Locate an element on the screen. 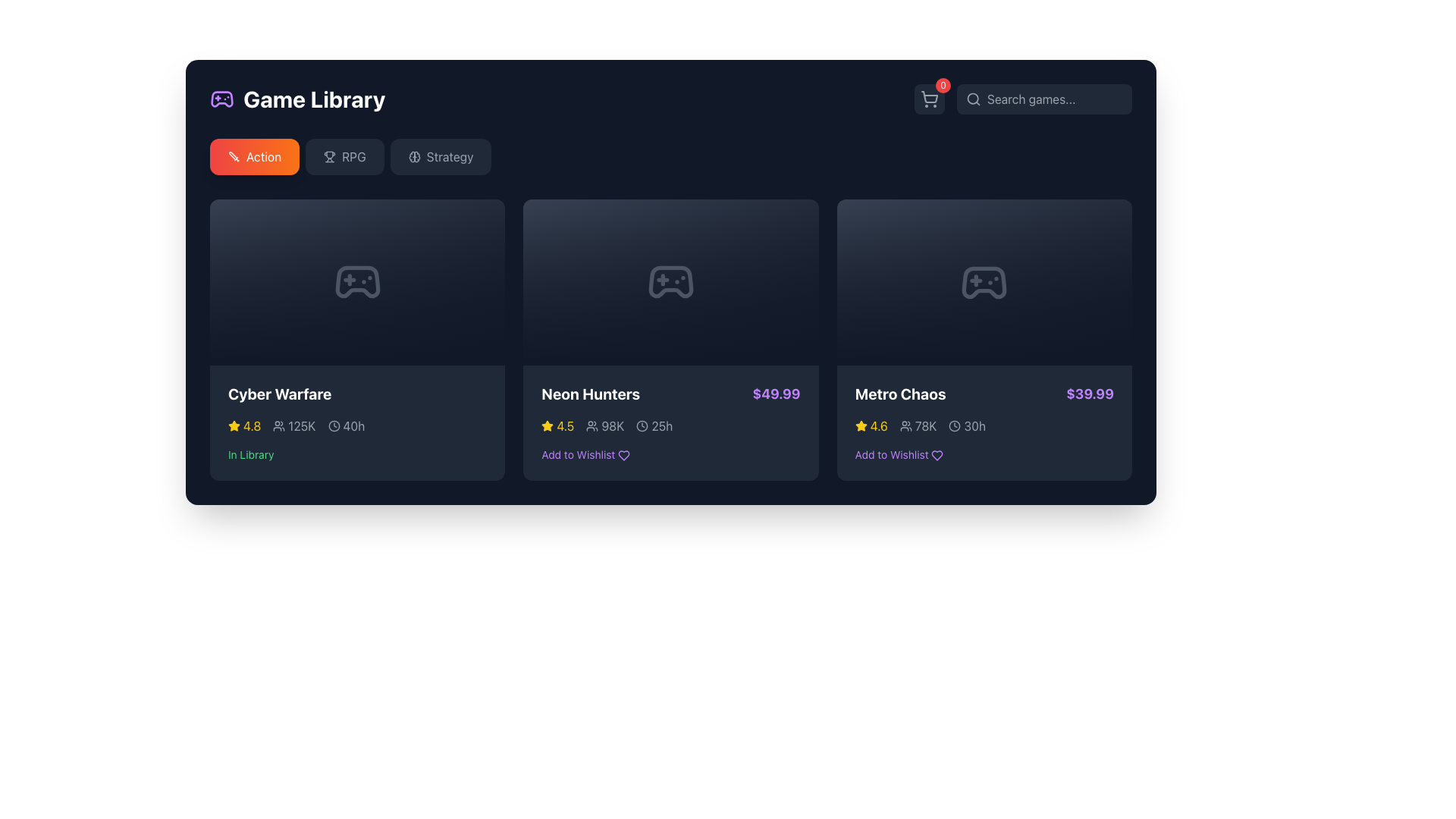  the filter button located between the 'Action' button and the 'Strategy' button to apply an RPG filter is located at coordinates (344, 157).